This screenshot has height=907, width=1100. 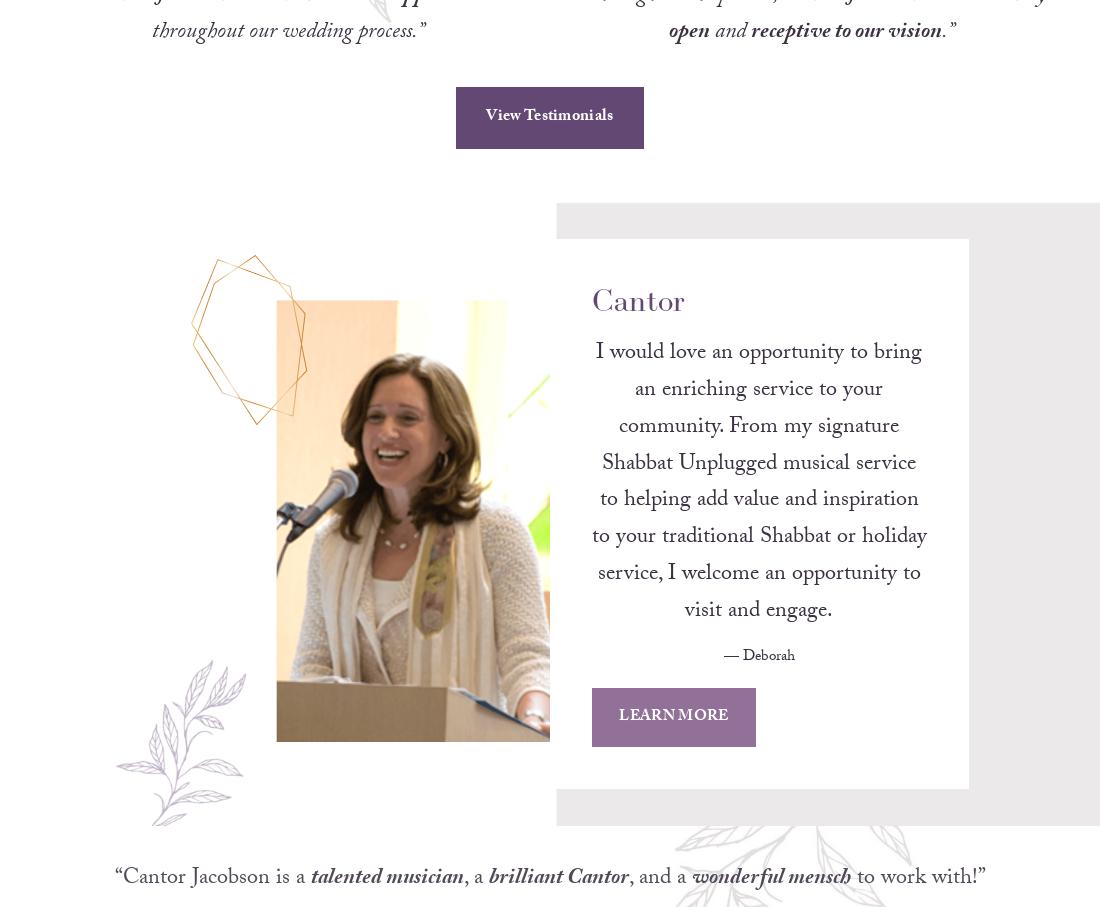 I want to click on 'incredible support', so click(x=374, y=21).